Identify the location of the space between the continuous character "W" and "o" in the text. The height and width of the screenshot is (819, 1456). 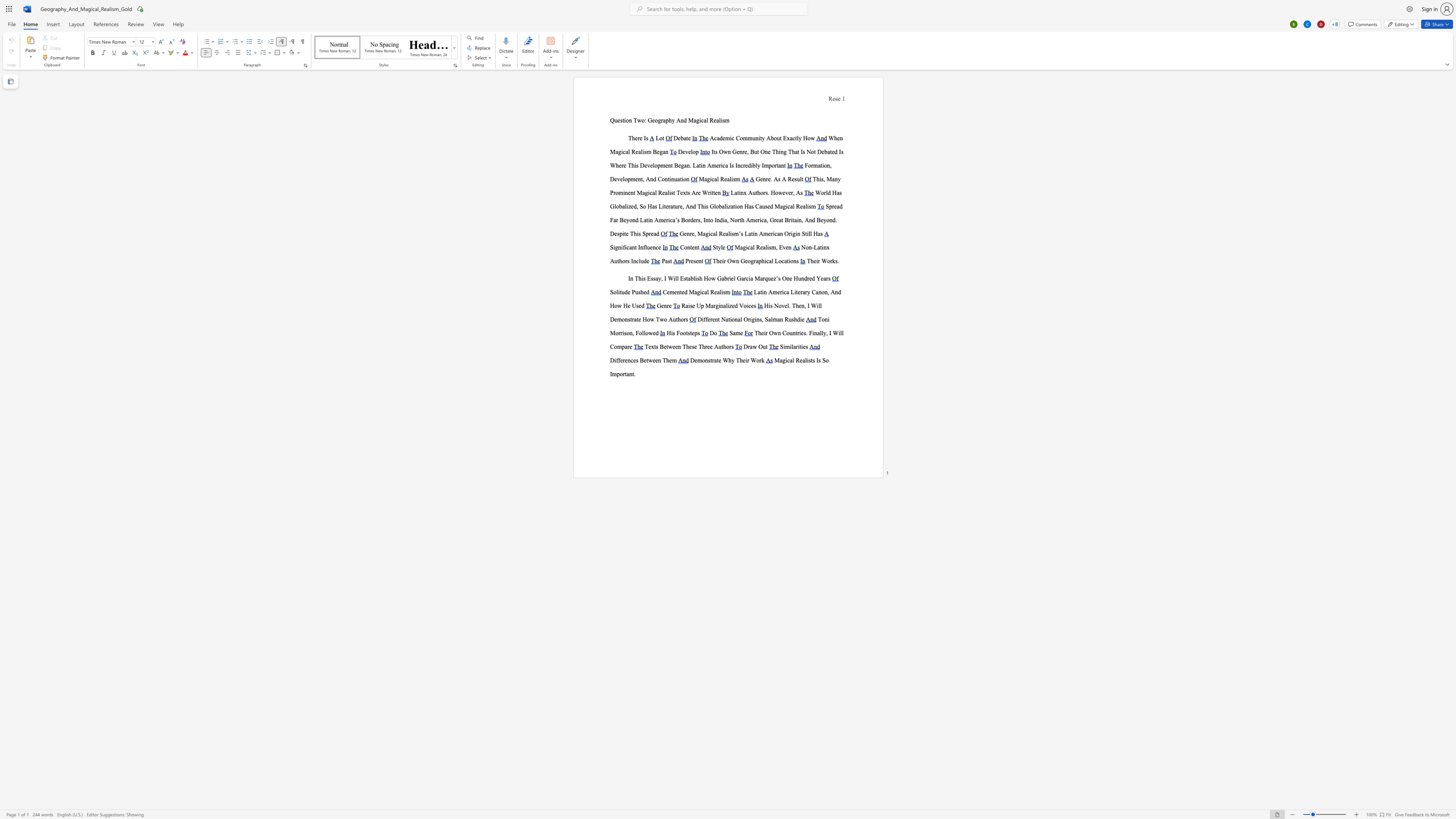
(826, 260).